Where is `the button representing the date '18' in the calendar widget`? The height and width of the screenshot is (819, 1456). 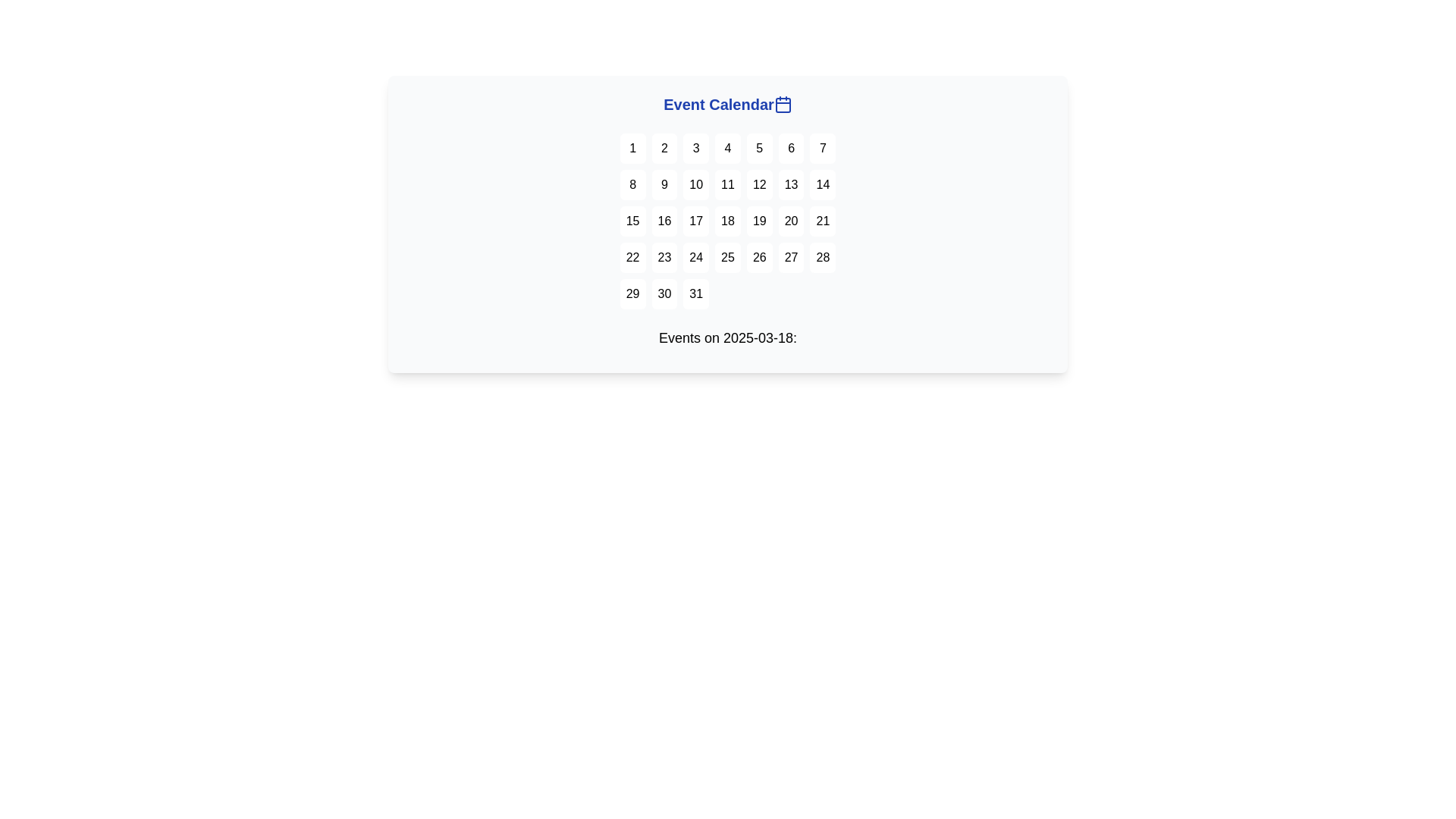 the button representing the date '18' in the calendar widget is located at coordinates (728, 221).